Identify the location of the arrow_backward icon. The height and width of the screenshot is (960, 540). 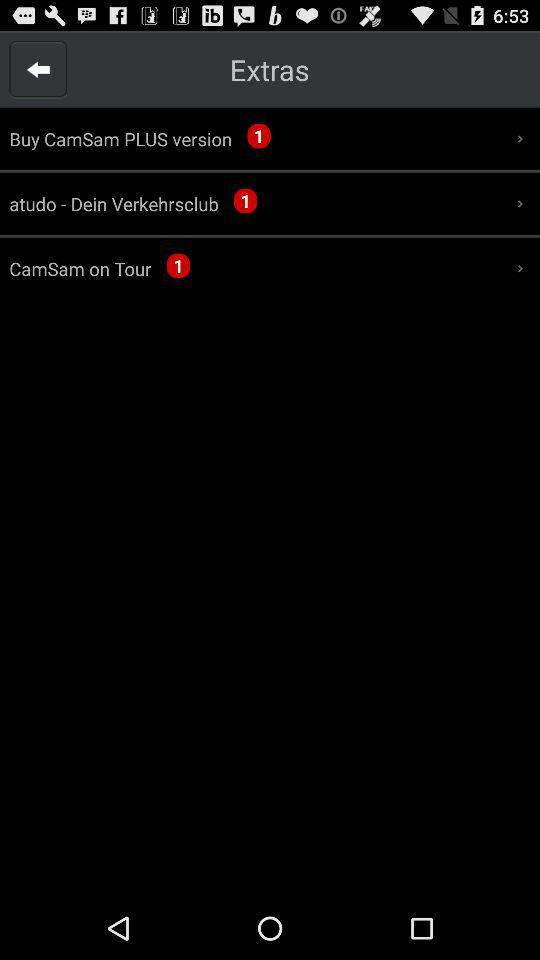
(38, 74).